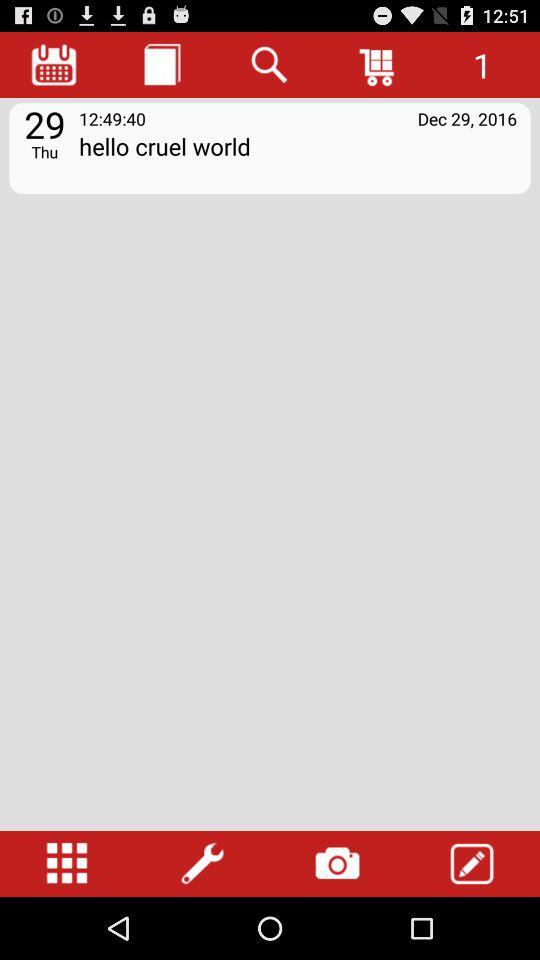 The image size is (540, 960). I want to click on new event to calendar, so click(472, 863).